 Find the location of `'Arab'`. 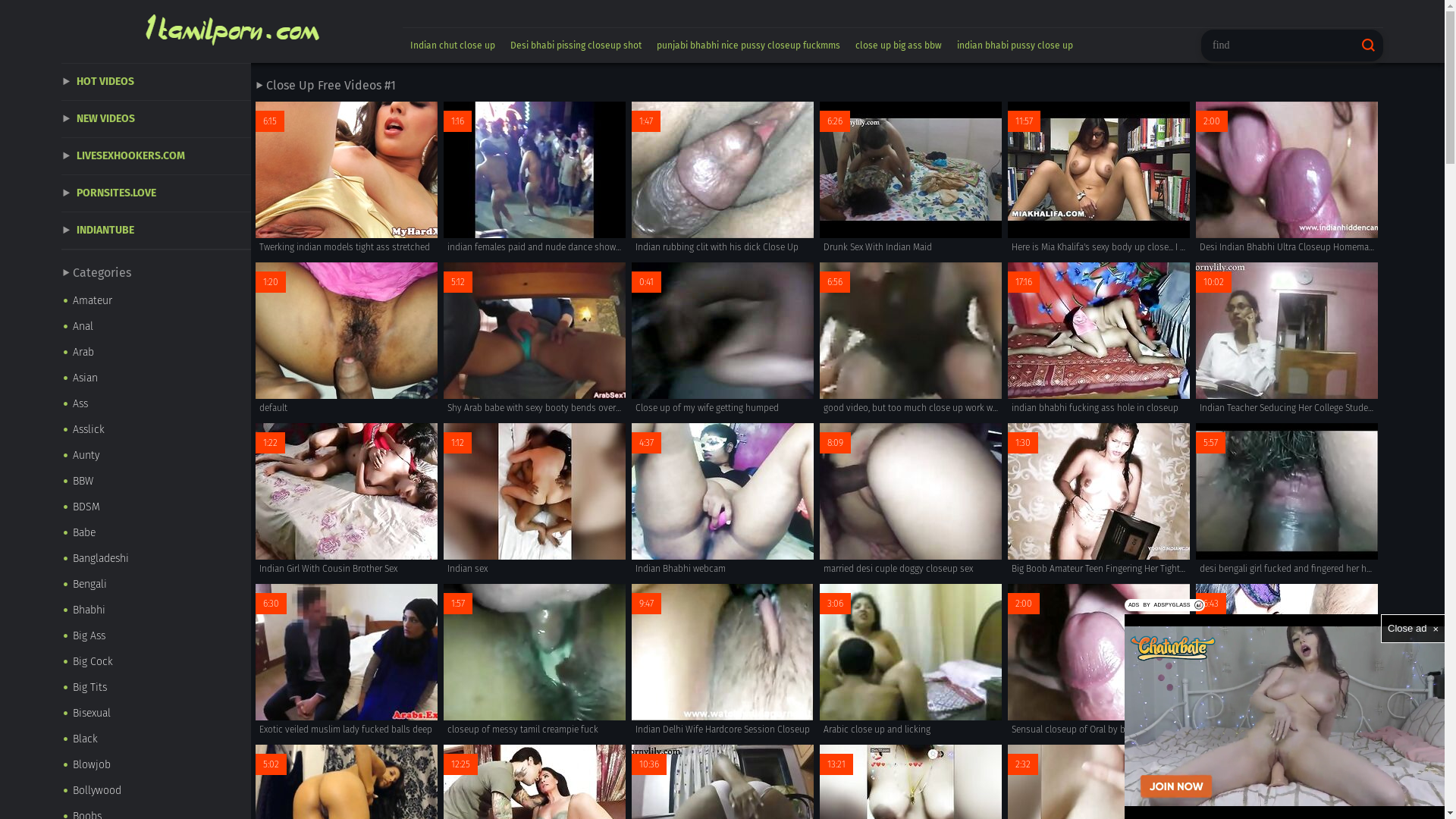

'Arab' is located at coordinates (156, 353).